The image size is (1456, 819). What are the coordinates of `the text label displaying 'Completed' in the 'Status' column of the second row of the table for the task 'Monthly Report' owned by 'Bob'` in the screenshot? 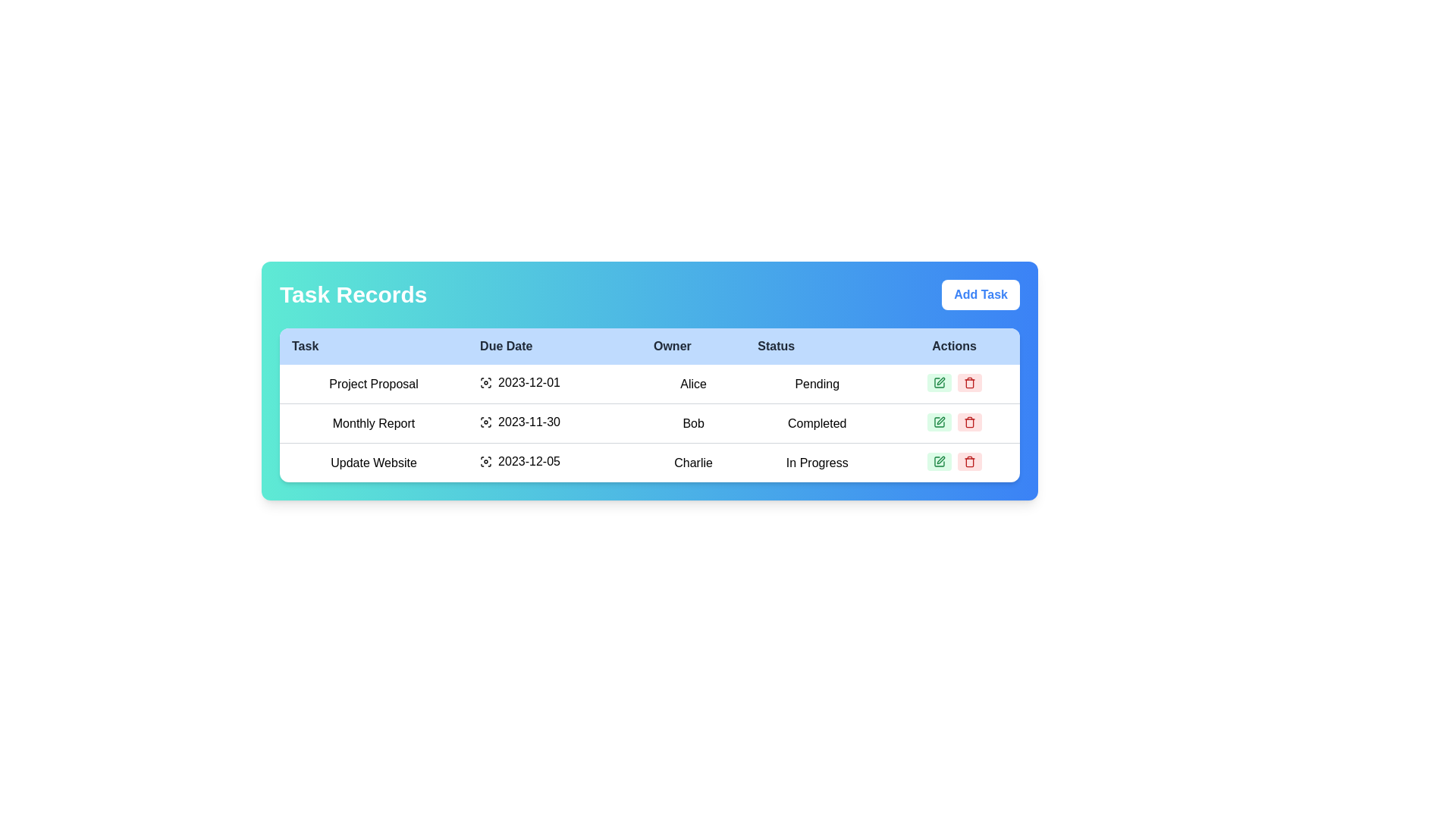 It's located at (816, 423).